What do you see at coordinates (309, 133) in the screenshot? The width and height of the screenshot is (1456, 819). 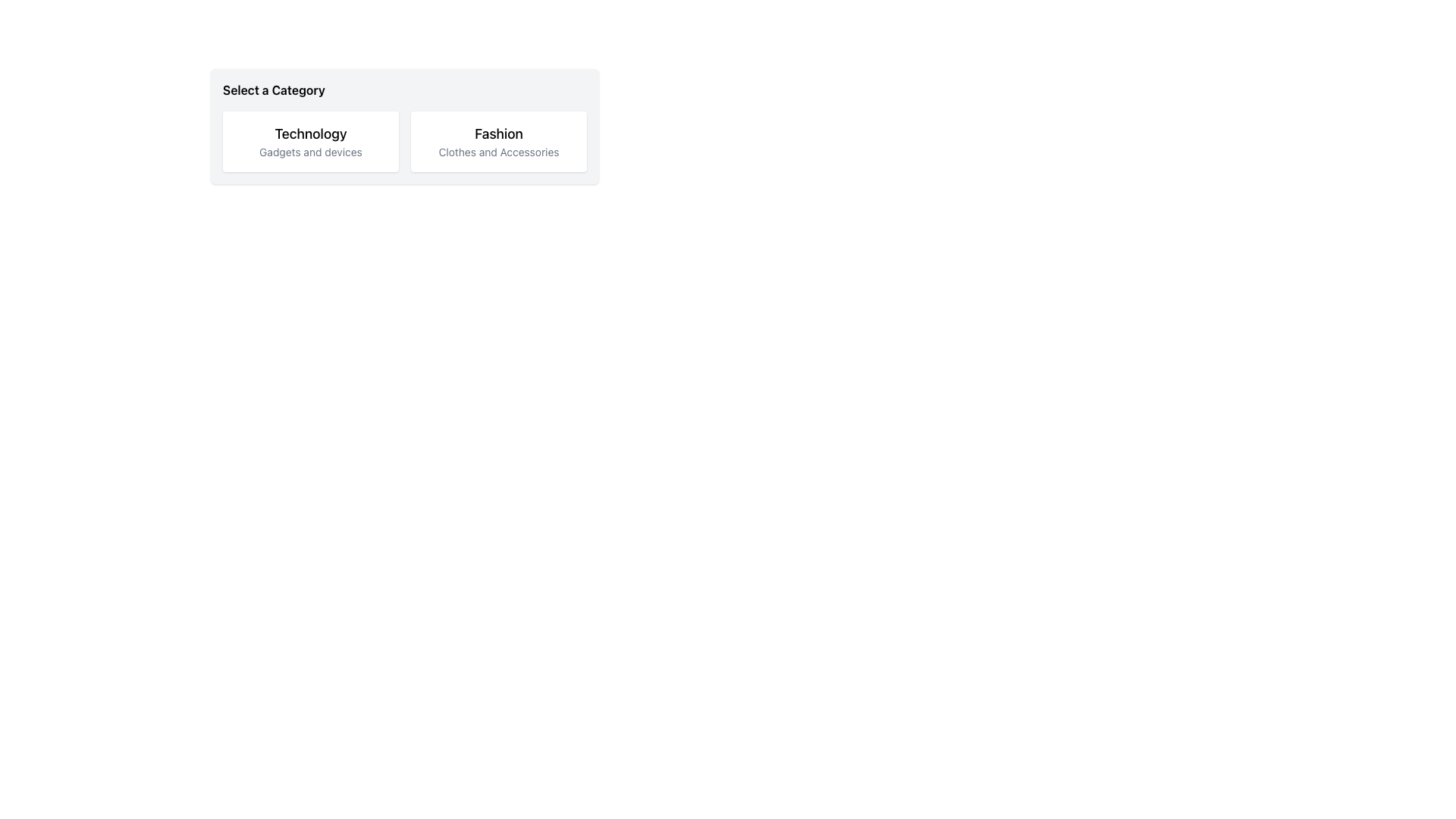 I see `the Text Label element displaying the word 'Technology', which is bold and medium-sized in black font, located within a card-like component with a white background and rounded corners` at bounding box center [309, 133].